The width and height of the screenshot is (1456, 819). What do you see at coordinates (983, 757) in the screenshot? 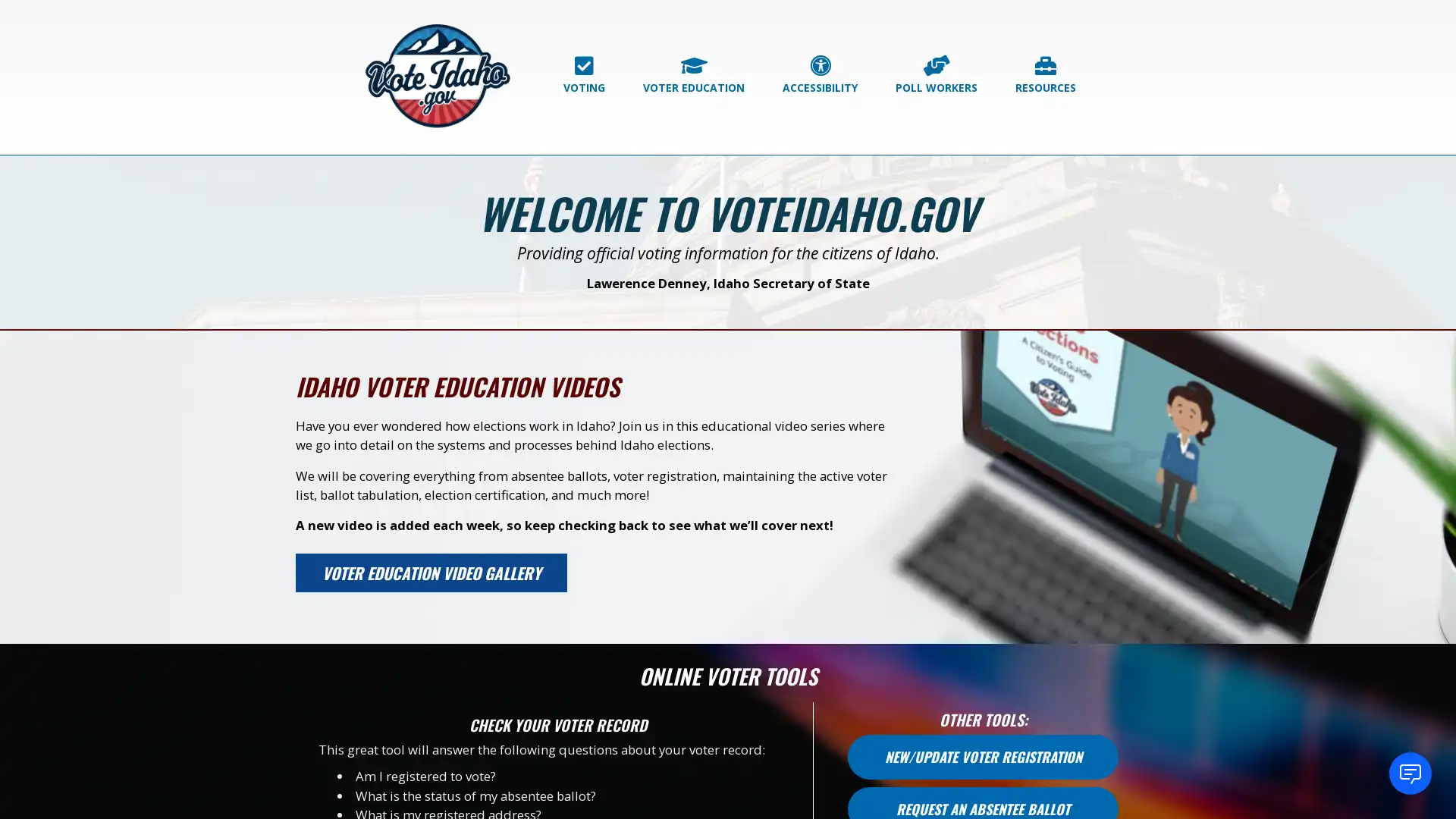
I see `NEW/UPDATE VOTER REGISTRATION` at bounding box center [983, 757].